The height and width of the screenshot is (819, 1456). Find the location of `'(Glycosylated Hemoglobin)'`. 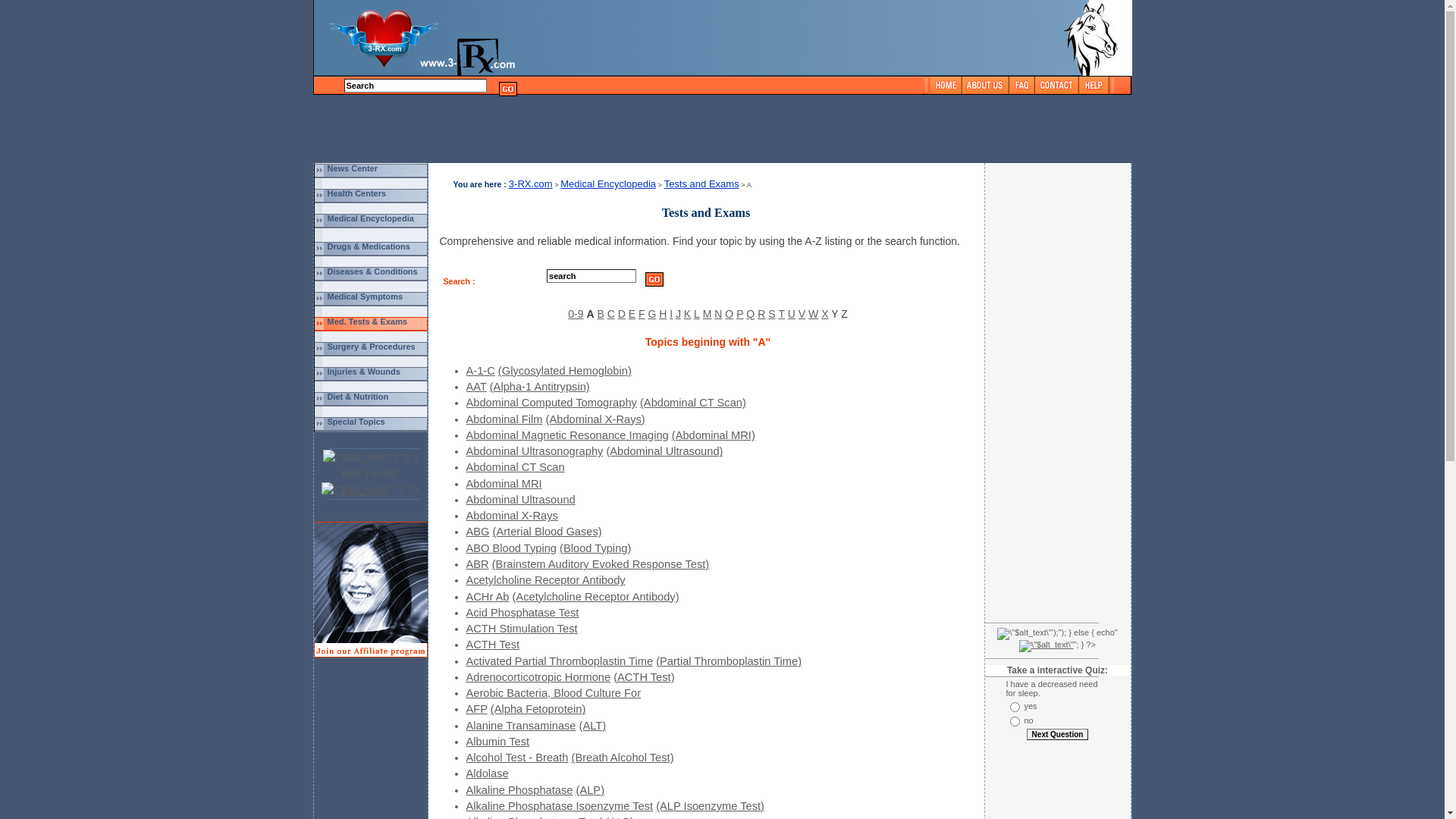

'(Glycosylated Hemoglobin)' is located at coordinates (563, 371).